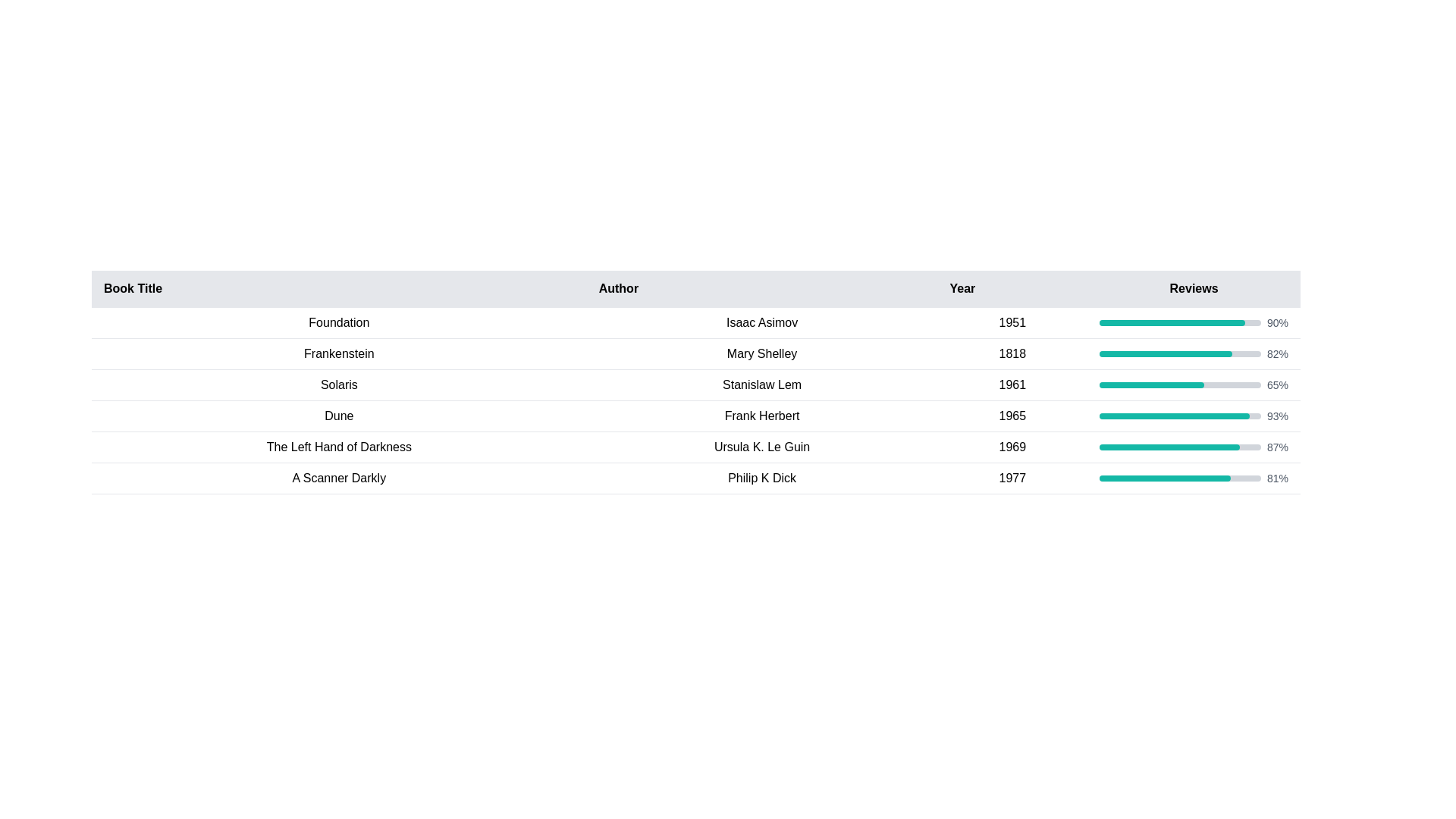 The width and height of the screenshot is (1456, 819). What do you see at coordinates (1193, 447) in the screenshot?
I see `the progress bar with a numeric percentage indicator '87%' adjacent to its right end, located in the 'Reviews' column for the book 'The Left Hand of Darkness', to inspect its accessibility properties` at bounding box center [1193, 447].